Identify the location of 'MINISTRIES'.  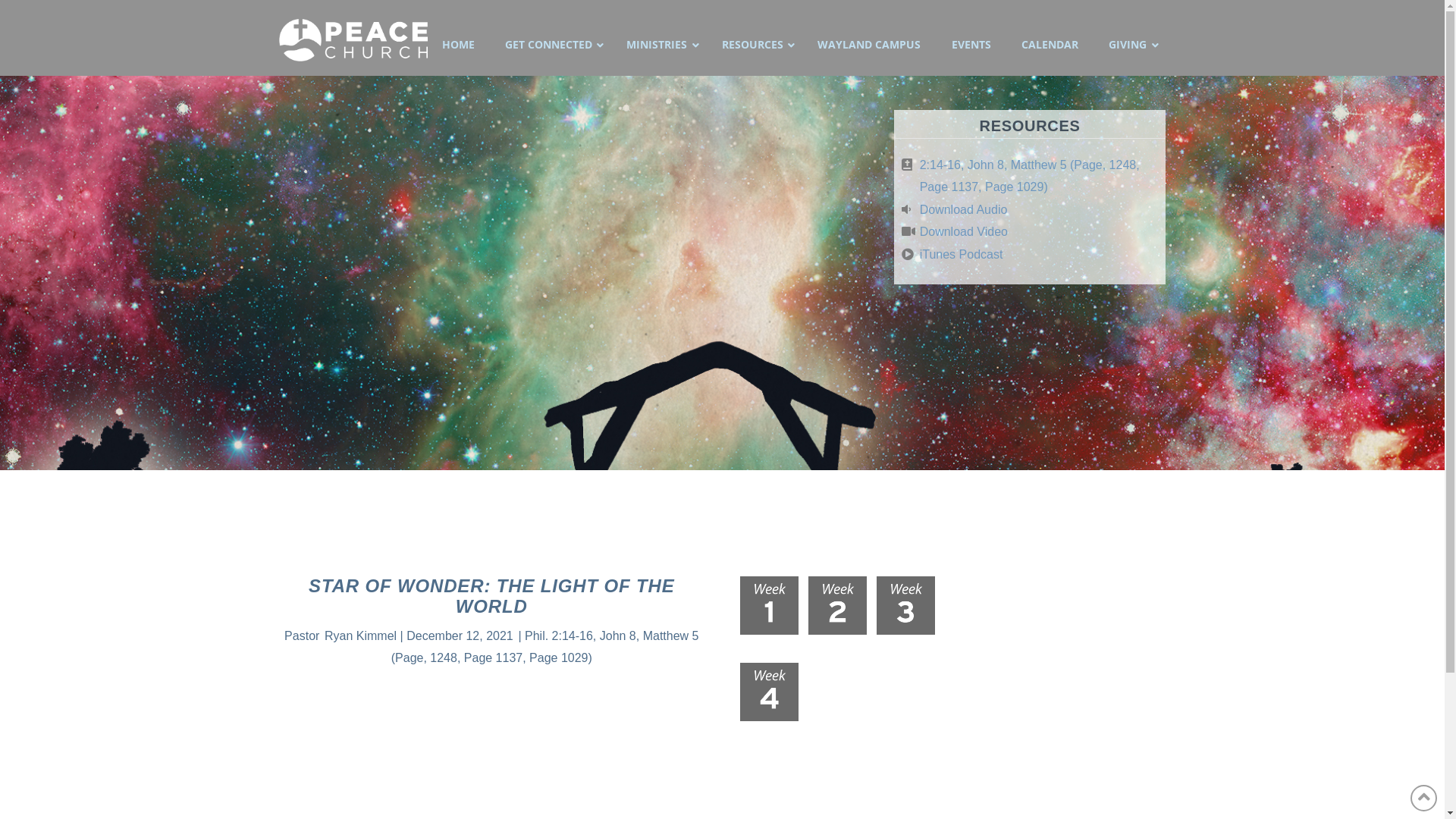
(658, 43).